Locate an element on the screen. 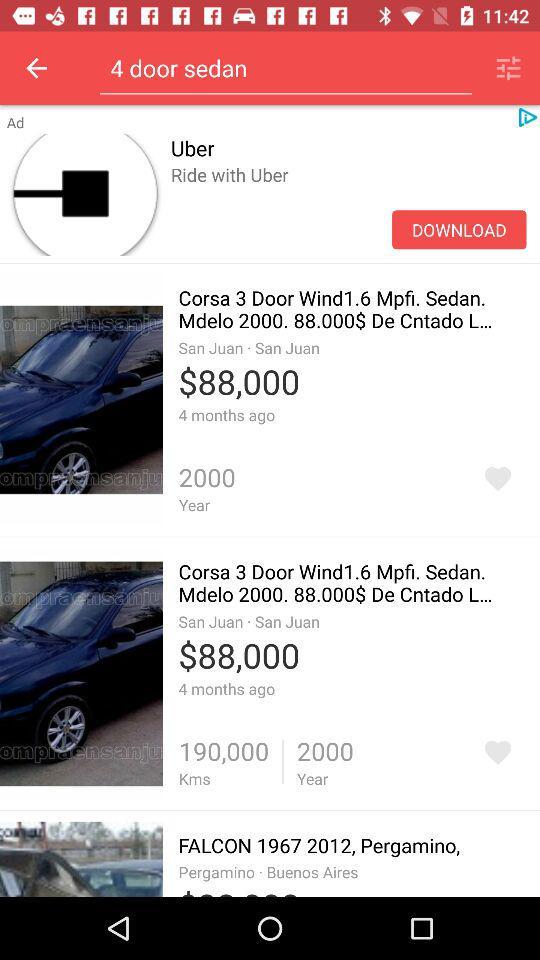 The width and height of the screenshot is (540, 960). the download item is located at coordinates (459, 229).